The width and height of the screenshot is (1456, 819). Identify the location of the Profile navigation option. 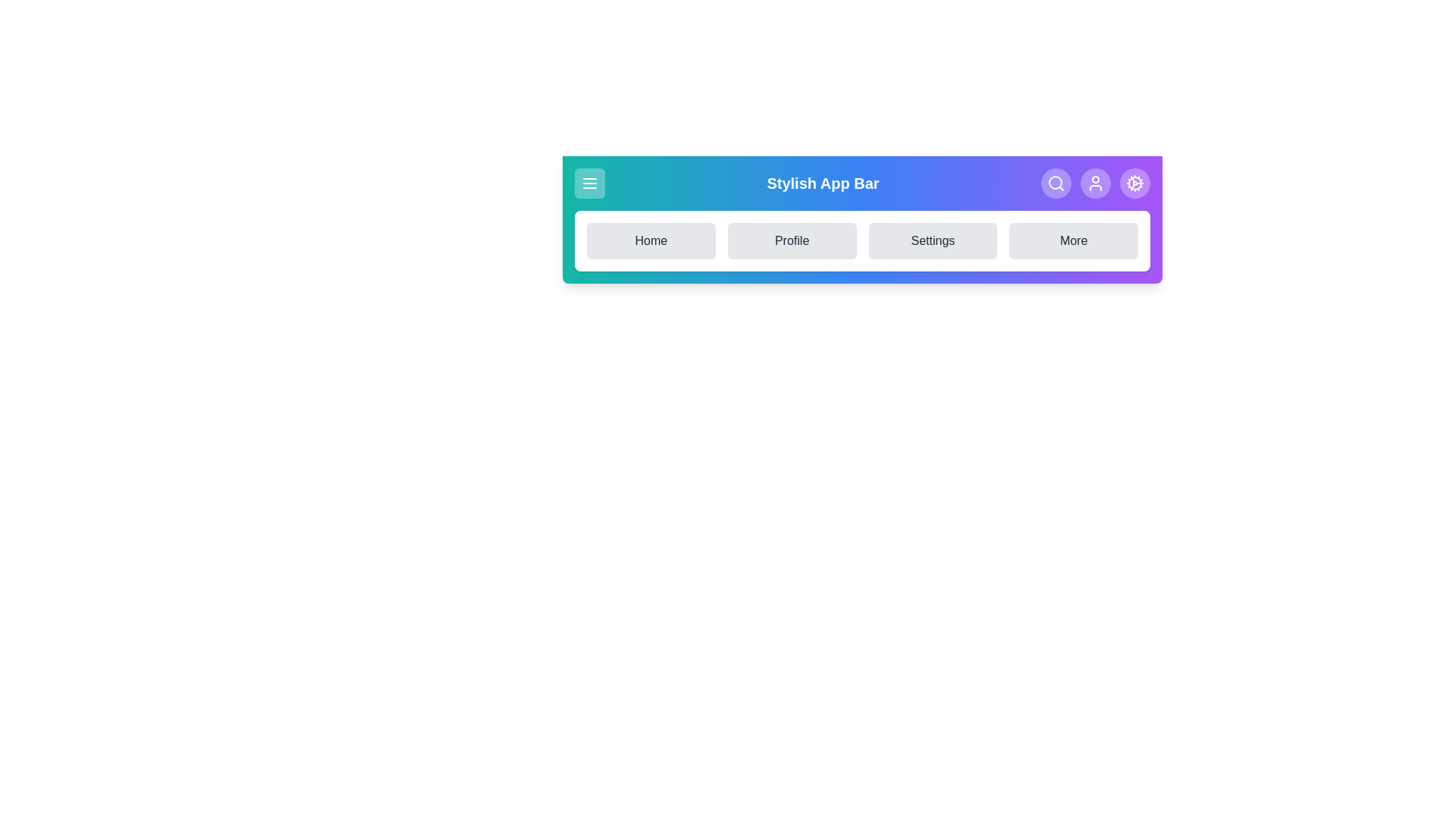
(791, 240).